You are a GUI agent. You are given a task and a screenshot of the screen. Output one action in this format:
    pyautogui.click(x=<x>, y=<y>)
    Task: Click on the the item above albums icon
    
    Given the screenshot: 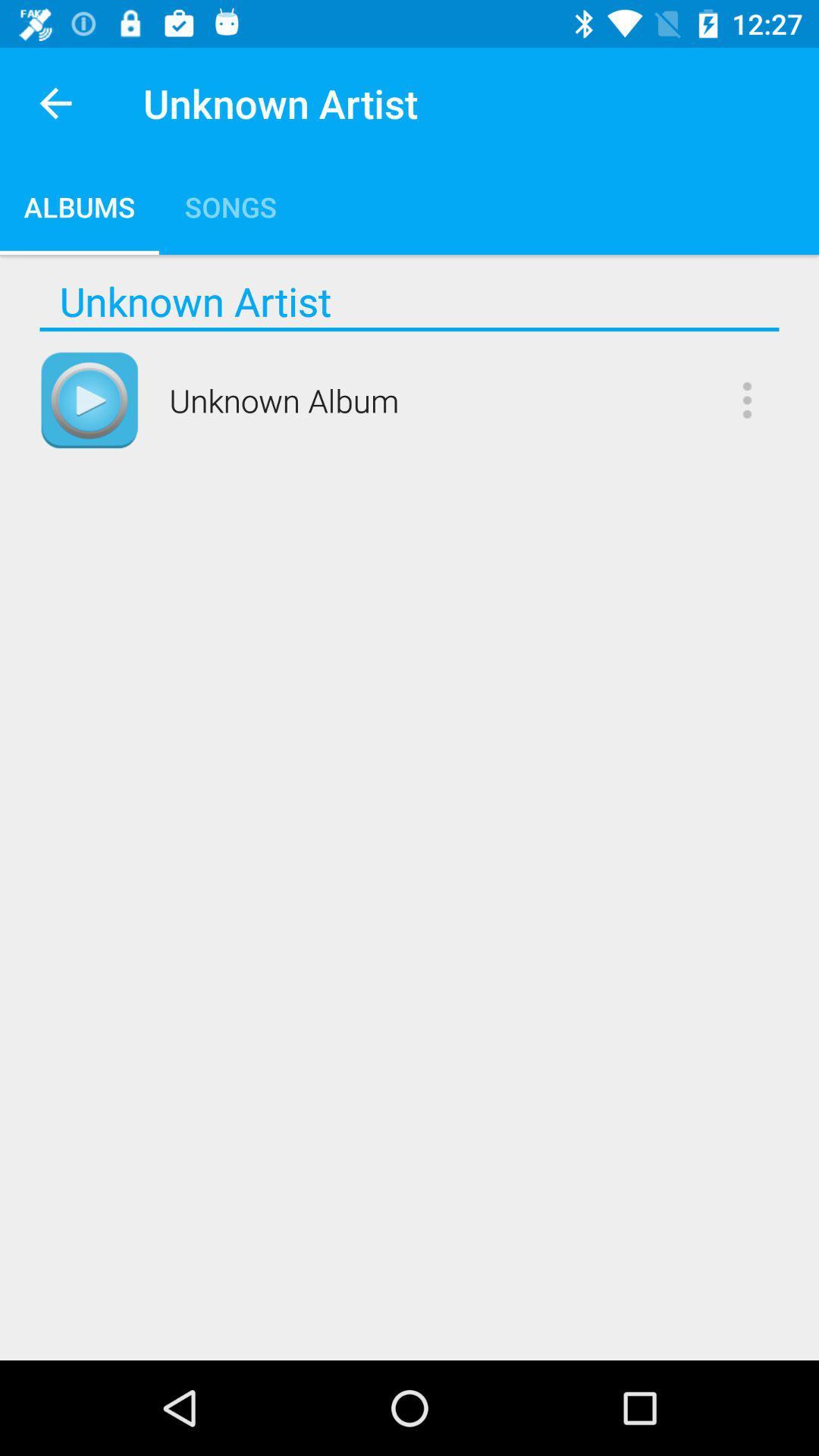 What is the action you would take?
    pyautogui.click(x=55, y=102)
    